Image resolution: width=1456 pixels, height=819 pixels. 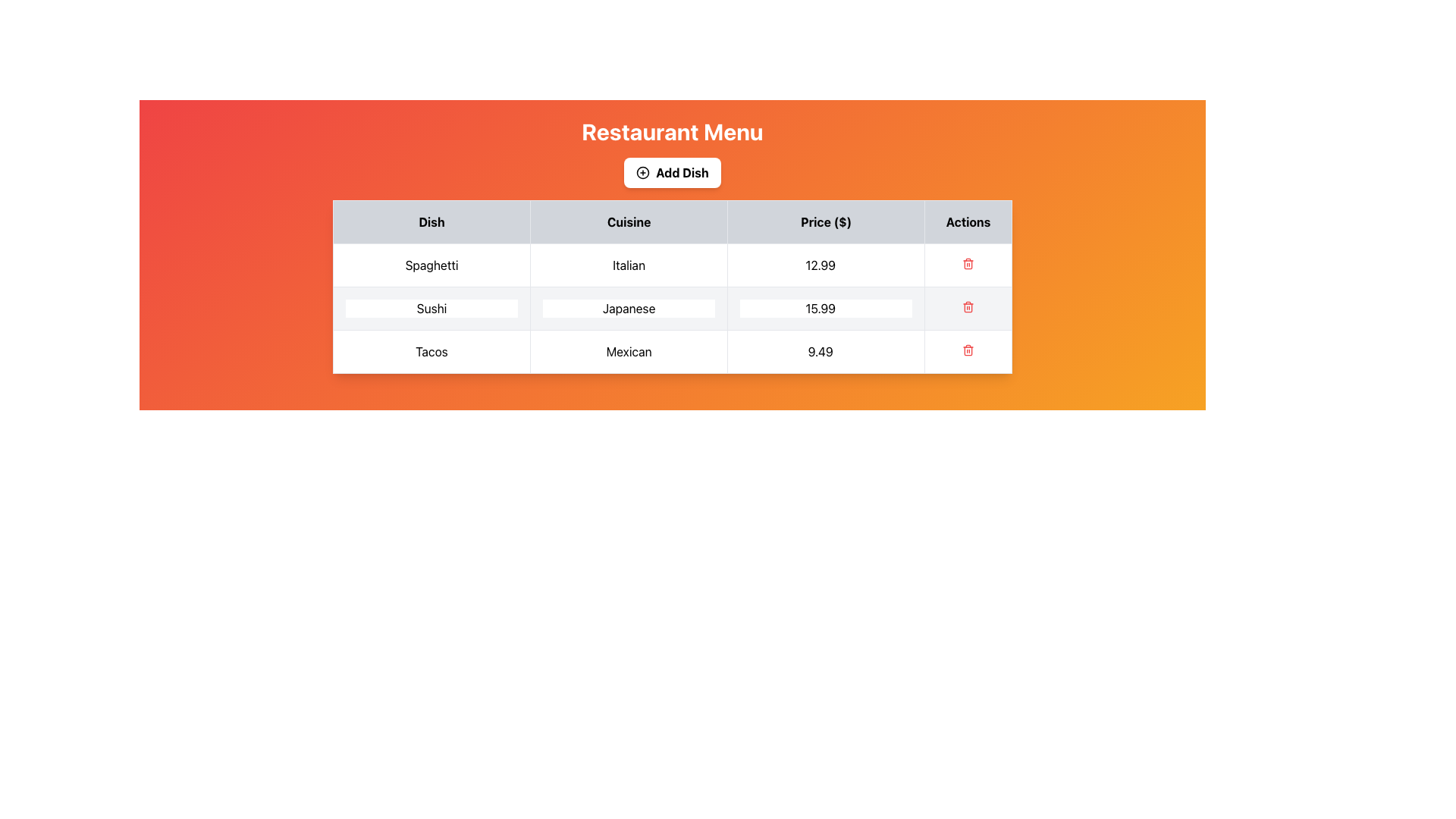 I want to click on on the text input field that contains the word 'Italian' in the 'Cuisine' column of the table, so click(x=629, y=265).